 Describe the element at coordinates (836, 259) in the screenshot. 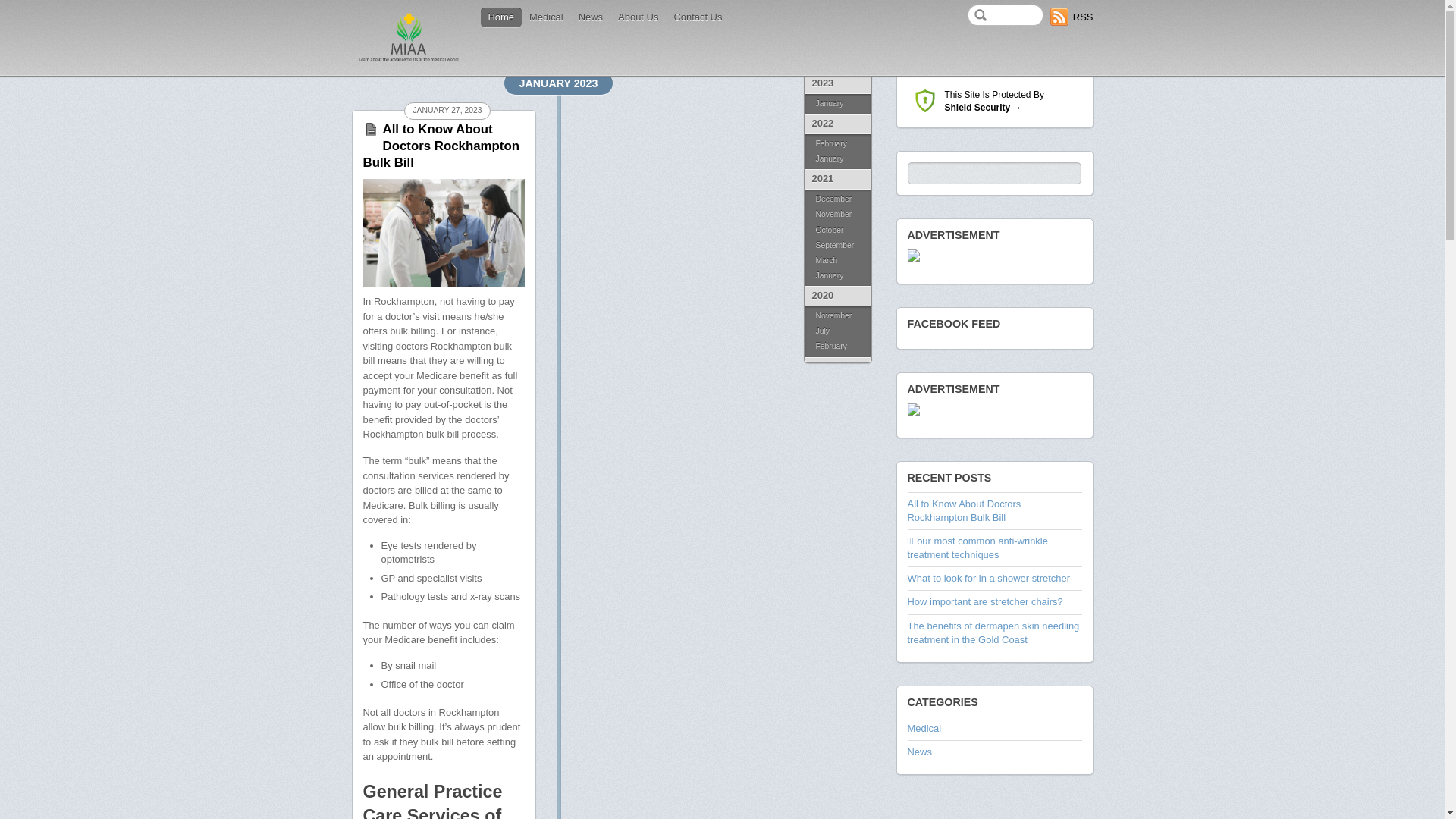

I see `'March'` at that location.